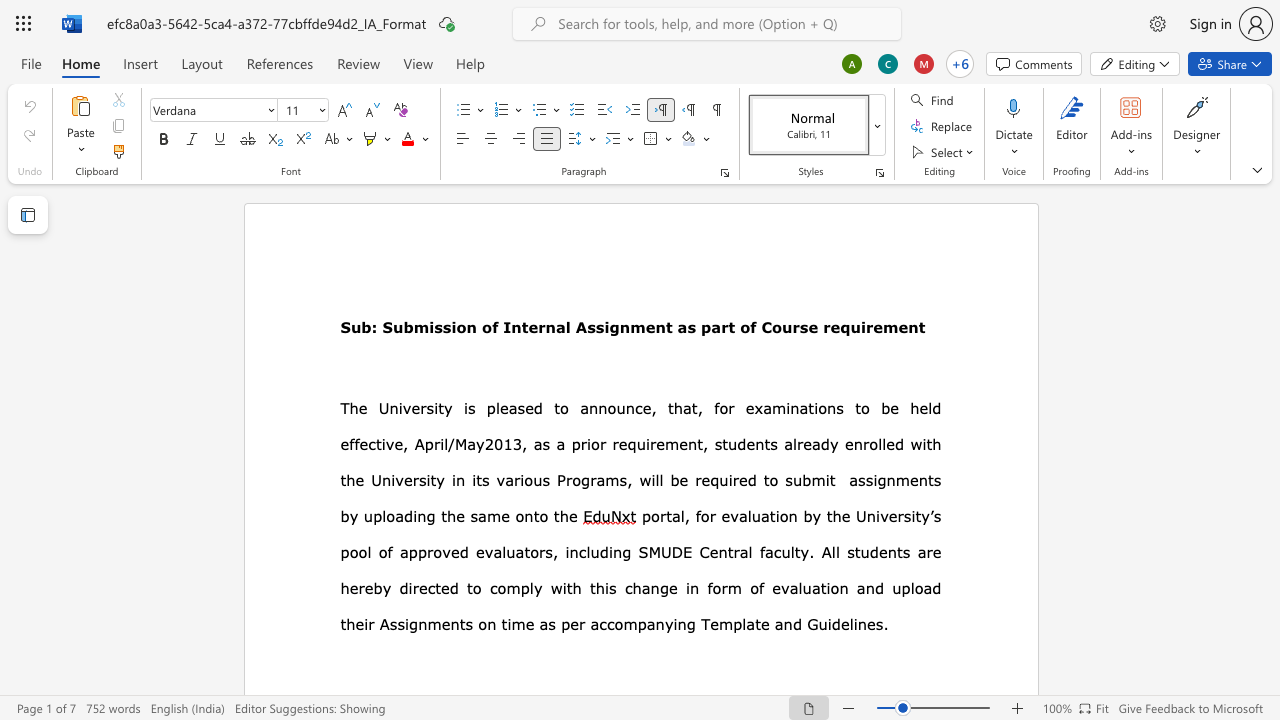  What do you see at coordinates (853, 443) in the screenshot?
I see `the space between the continuous character "e" and "n" in the text` at bounding box center [853, 443].